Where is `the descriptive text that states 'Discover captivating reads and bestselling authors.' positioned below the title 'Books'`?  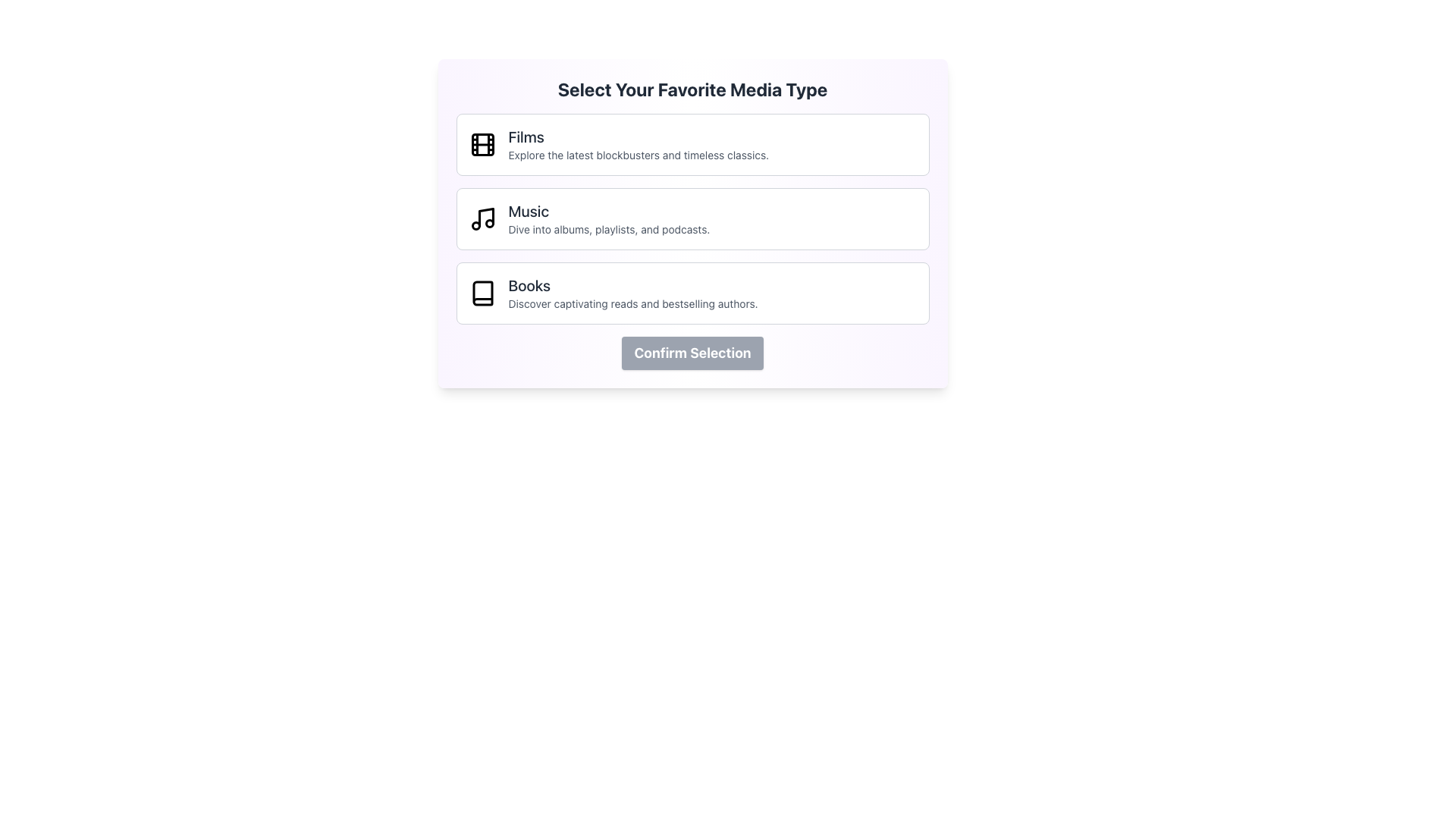 the descriptive text that states 'Discover captivating reads and bestselling authors.' positioned below the title 'Books' is located at coordinates (633, 304).